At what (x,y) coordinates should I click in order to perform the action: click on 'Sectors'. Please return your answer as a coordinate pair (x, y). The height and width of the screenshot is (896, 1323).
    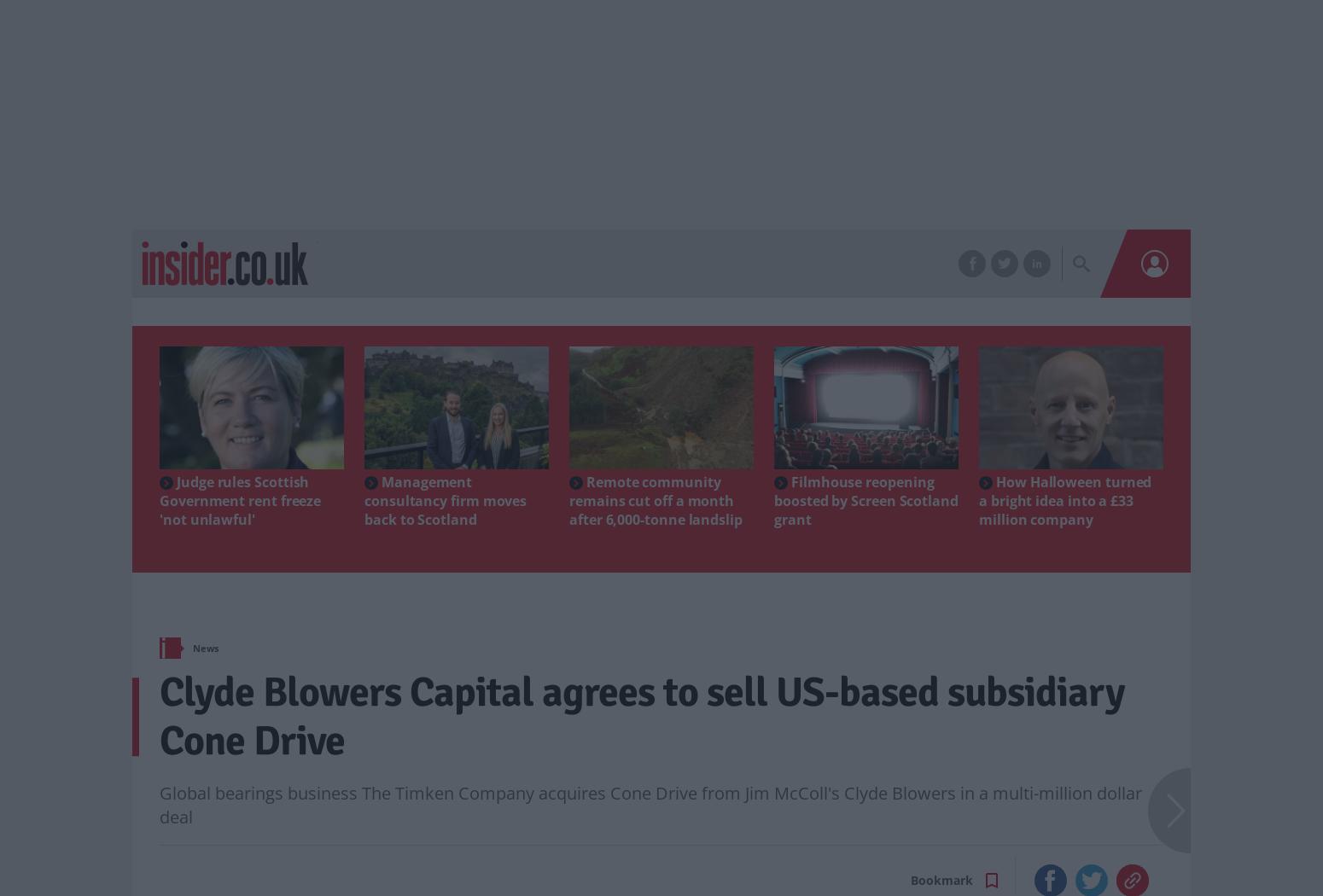
    Looking at the image, I should click on (525, 265).